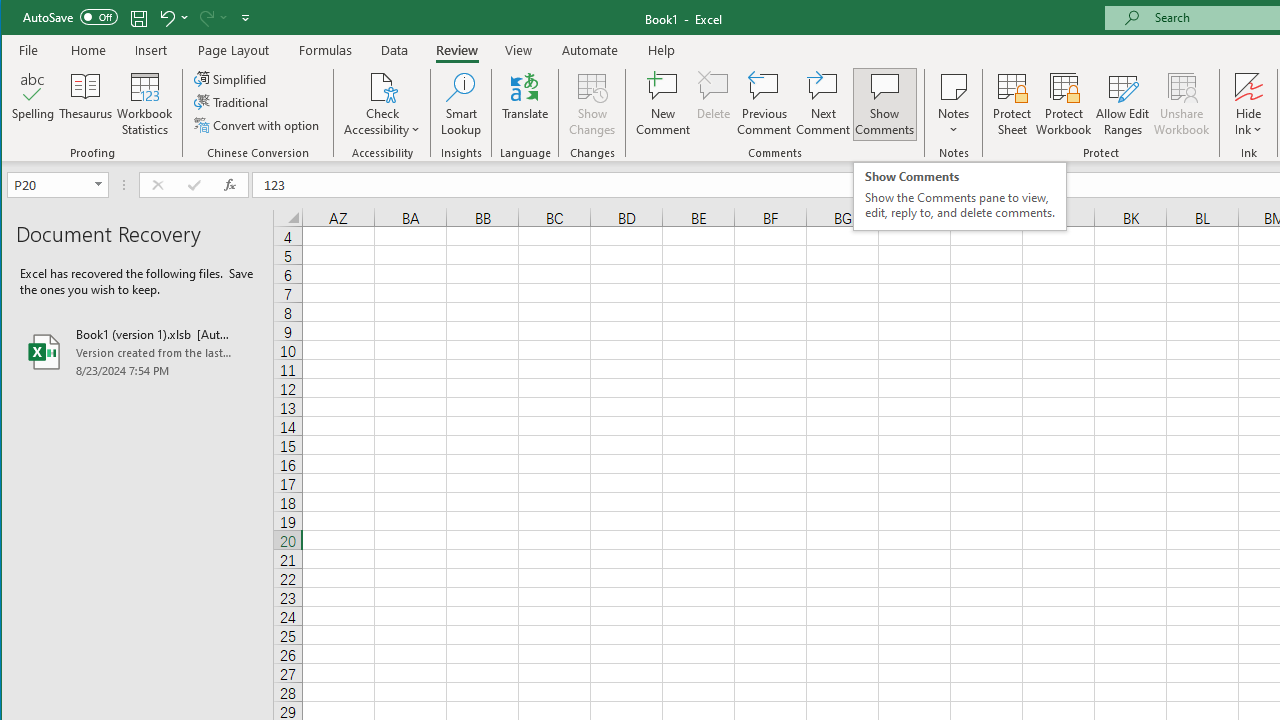 Image resolution: width=1280 pixels, height=720 pixels. Describe the element at coordinates (33, 104) in the screenshot. I see `'Spelling...'` at that location.